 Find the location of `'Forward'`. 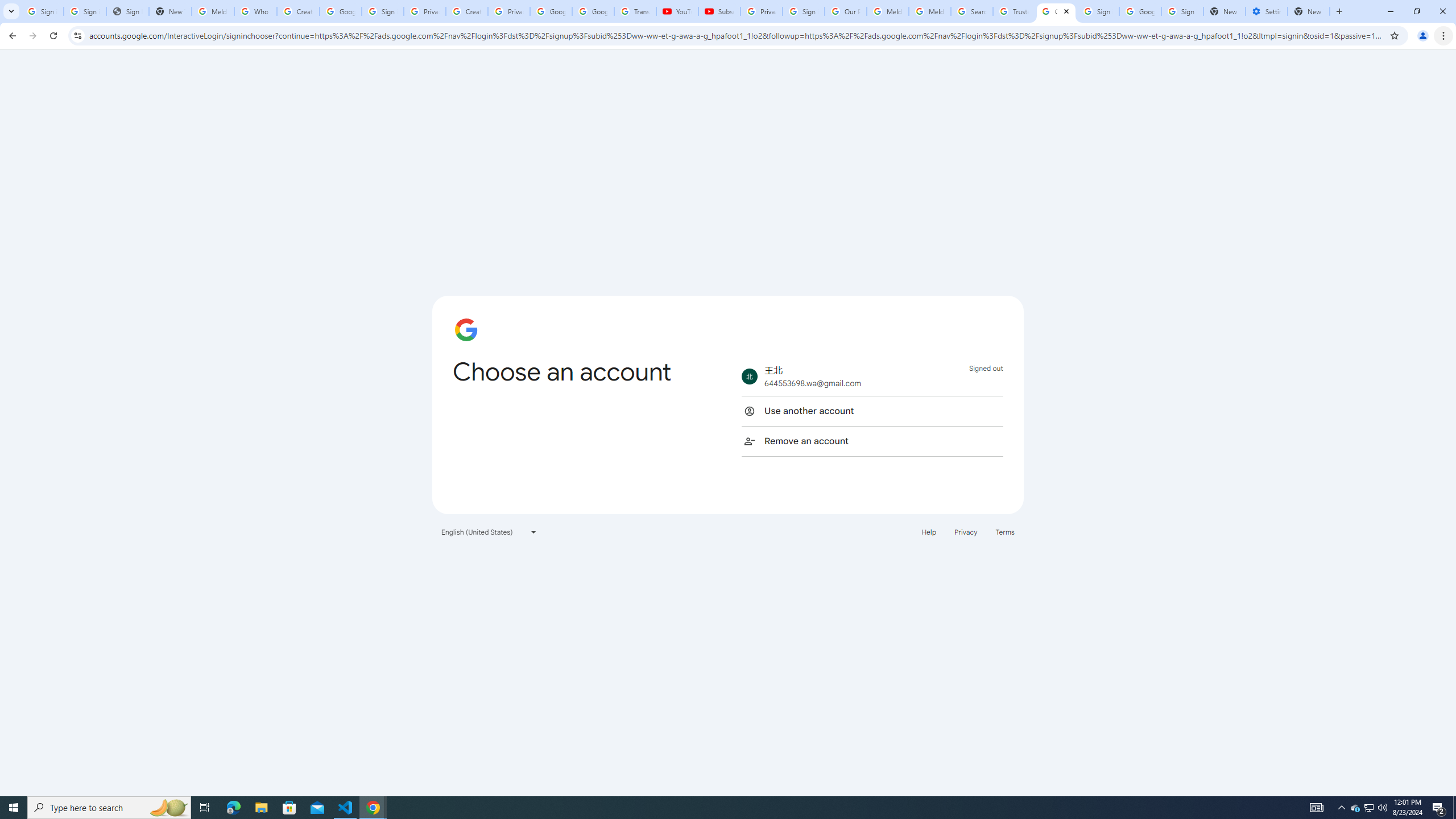

'Forward' is located at coordinates (32, 35).